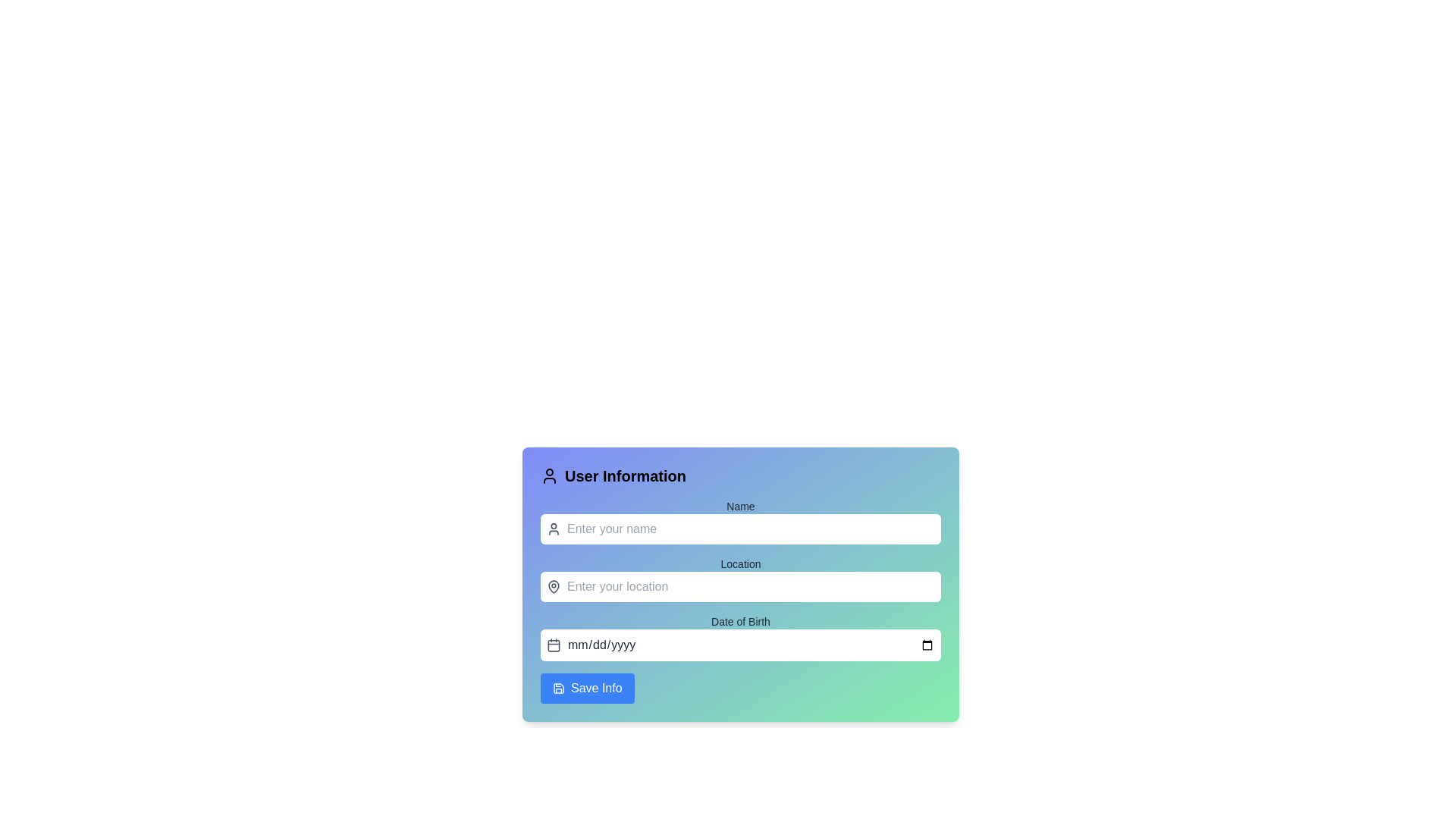 This screenshot has width=1456, height=819. Describe the element at coordinates (751, 645) in the screenshot. I see `the Date Input Field for 'Date of Birth' located in the lower part of the 'User Information' form by selecting and inputting a date using a touchscreen` at that location.